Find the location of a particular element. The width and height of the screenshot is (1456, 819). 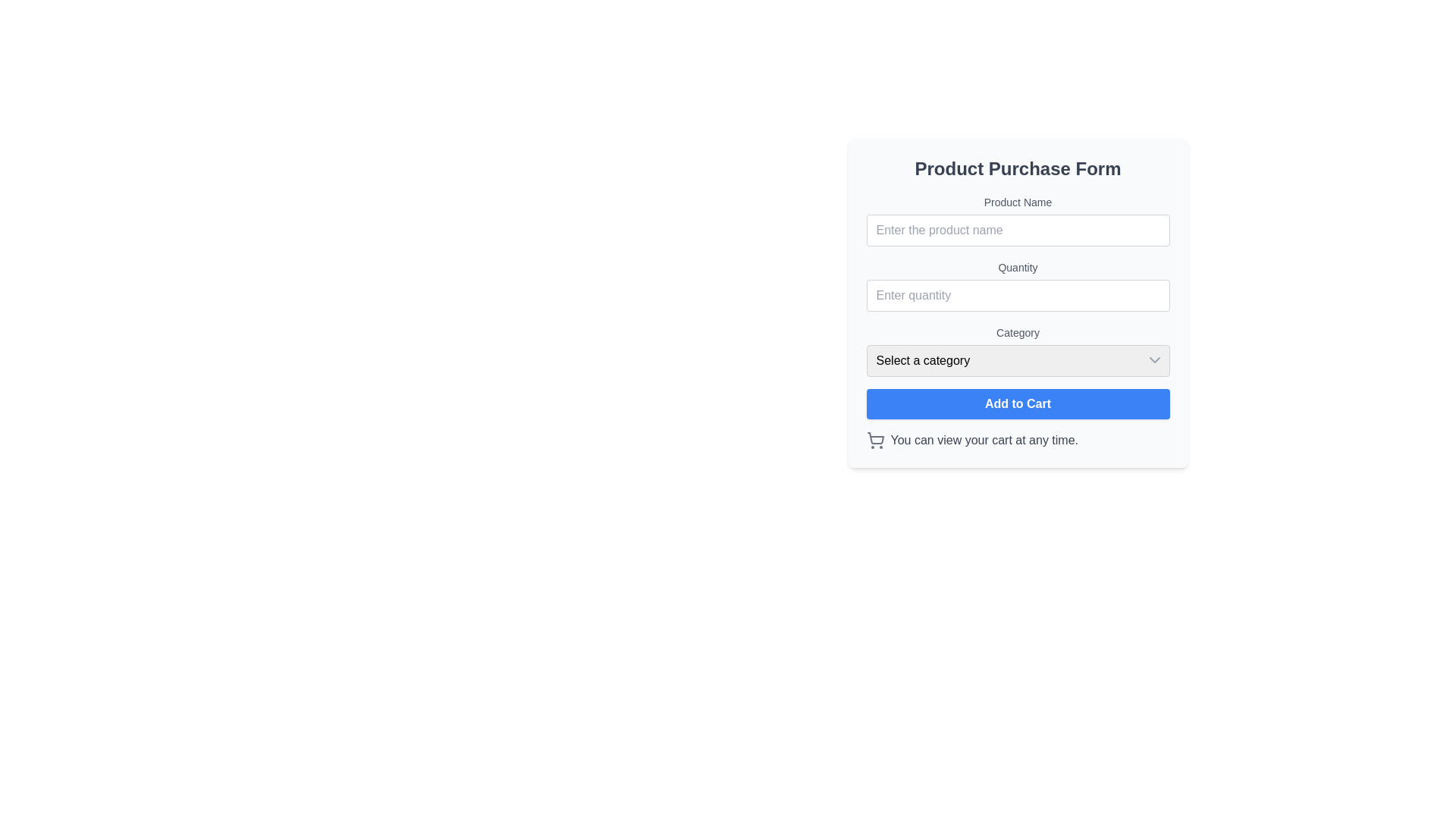

the label for the input field in the 'Product Purchase Form' that indicates where to enter the product name is located at coordinates (1018, 201).